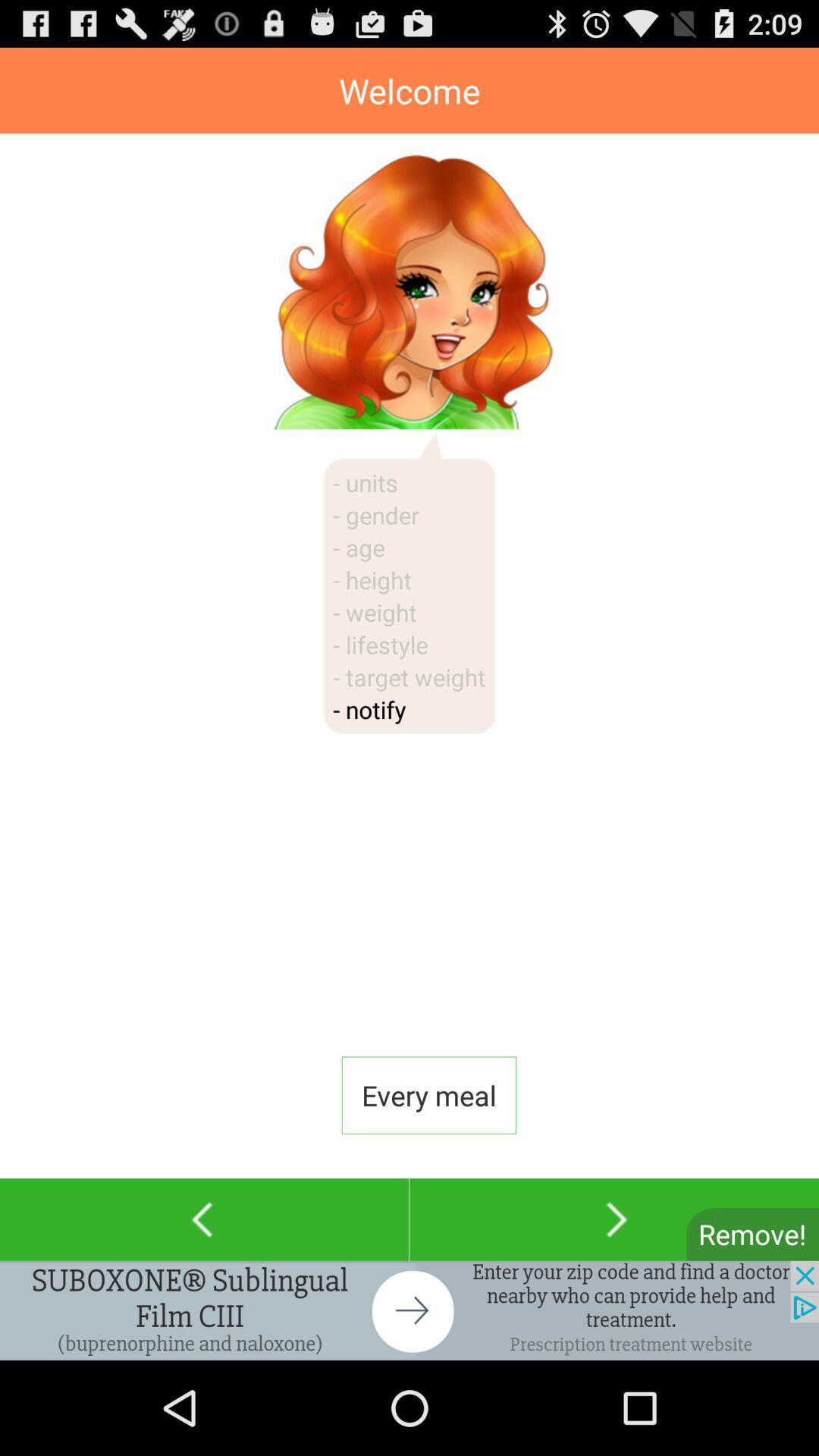 The width and height of the screenshot is (819, 1456). What do you see at coordinates (409, 1310) in the screenshot?
I see `treatment option` at bounding box center [409, 1310].